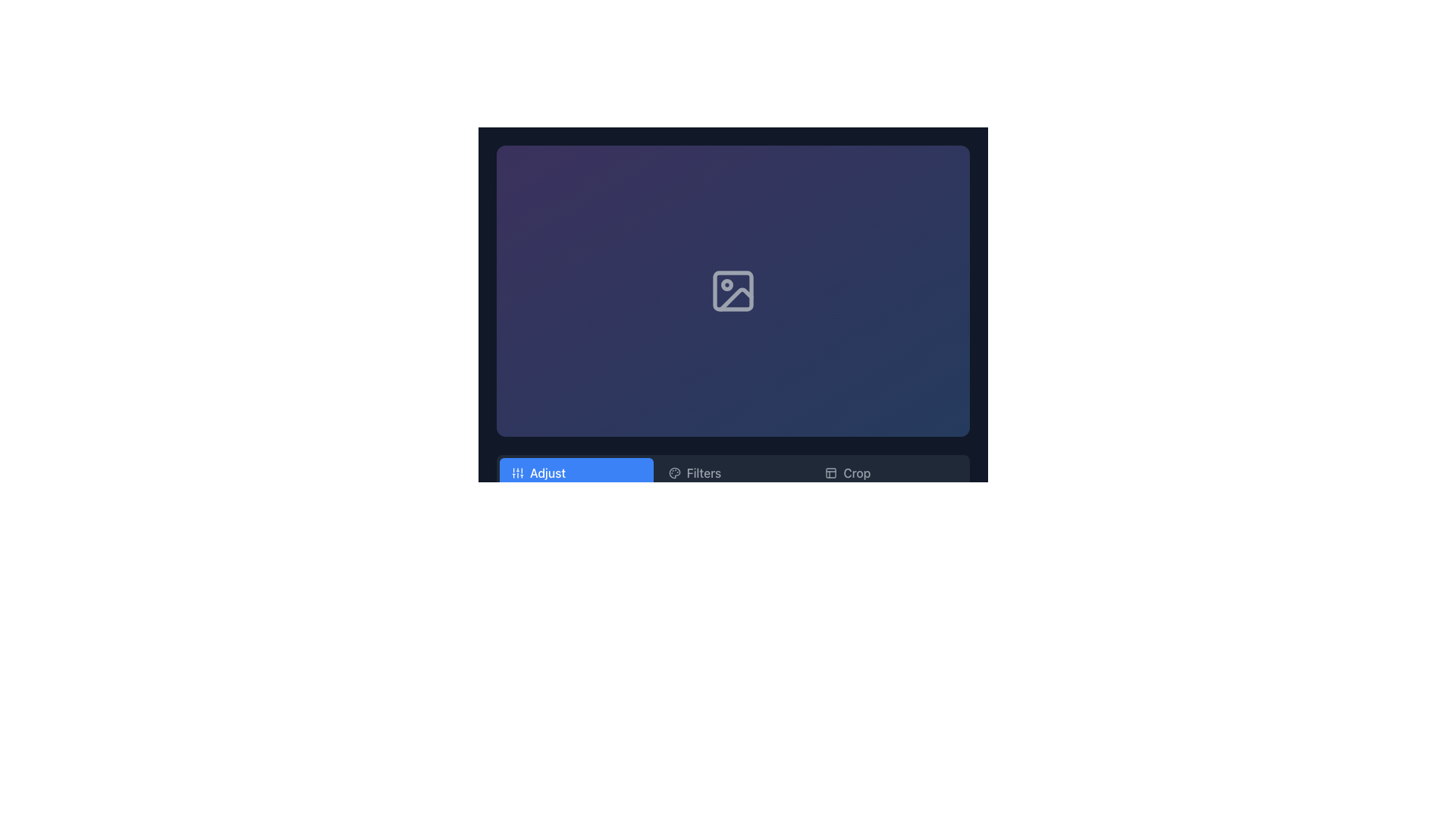 Image resolution: width=1456 pixels, height=819 pixels. What do you see at coordinates (857, 472) in the screenshot?
I see `the text label displaying 'Crop' in light gray color, located at the bottom-right section of the control interface` at bounding box center [857, 472].